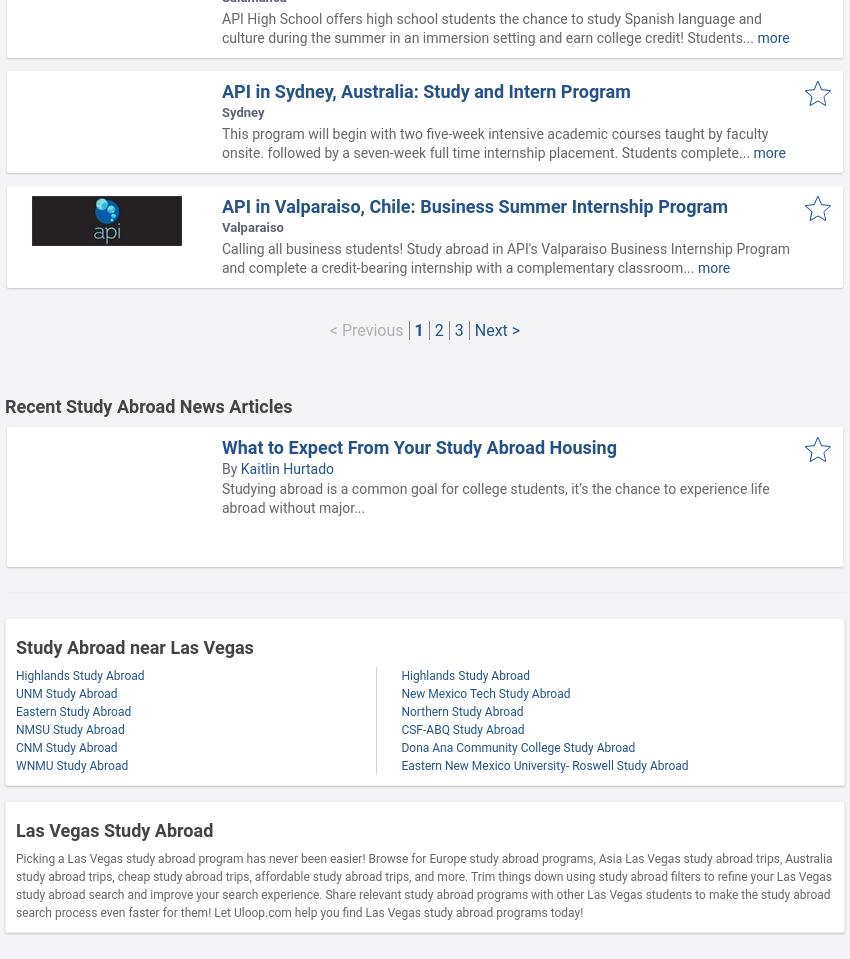 This screenshot has height=959, width=850. I want to click on '2', so click(437, 329).